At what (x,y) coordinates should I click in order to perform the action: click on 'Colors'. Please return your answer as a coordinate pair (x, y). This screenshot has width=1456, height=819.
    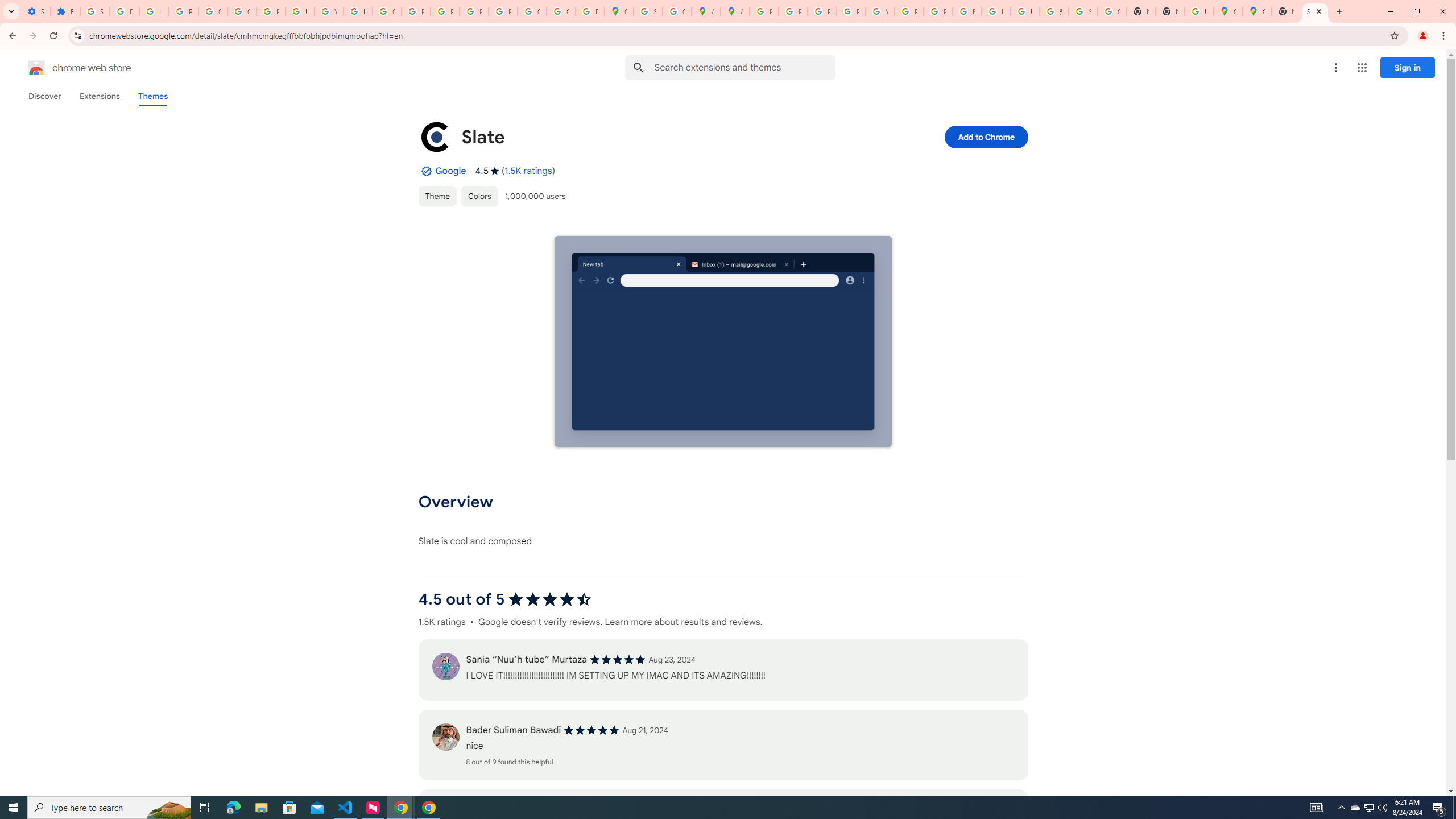
    Looking at the image, I should click on (479, 196).